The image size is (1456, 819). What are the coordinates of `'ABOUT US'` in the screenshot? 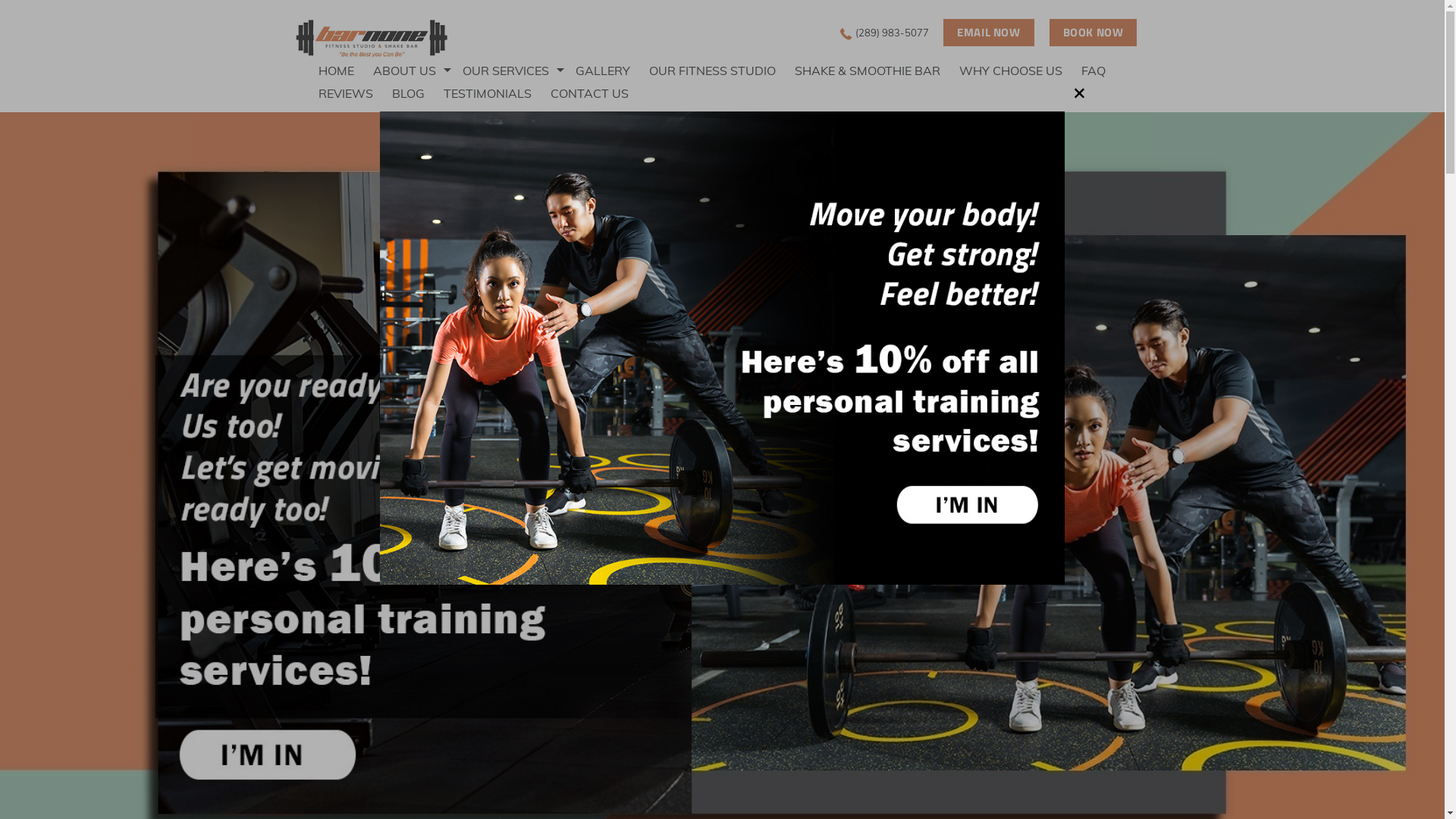 It's located at (418, 70).